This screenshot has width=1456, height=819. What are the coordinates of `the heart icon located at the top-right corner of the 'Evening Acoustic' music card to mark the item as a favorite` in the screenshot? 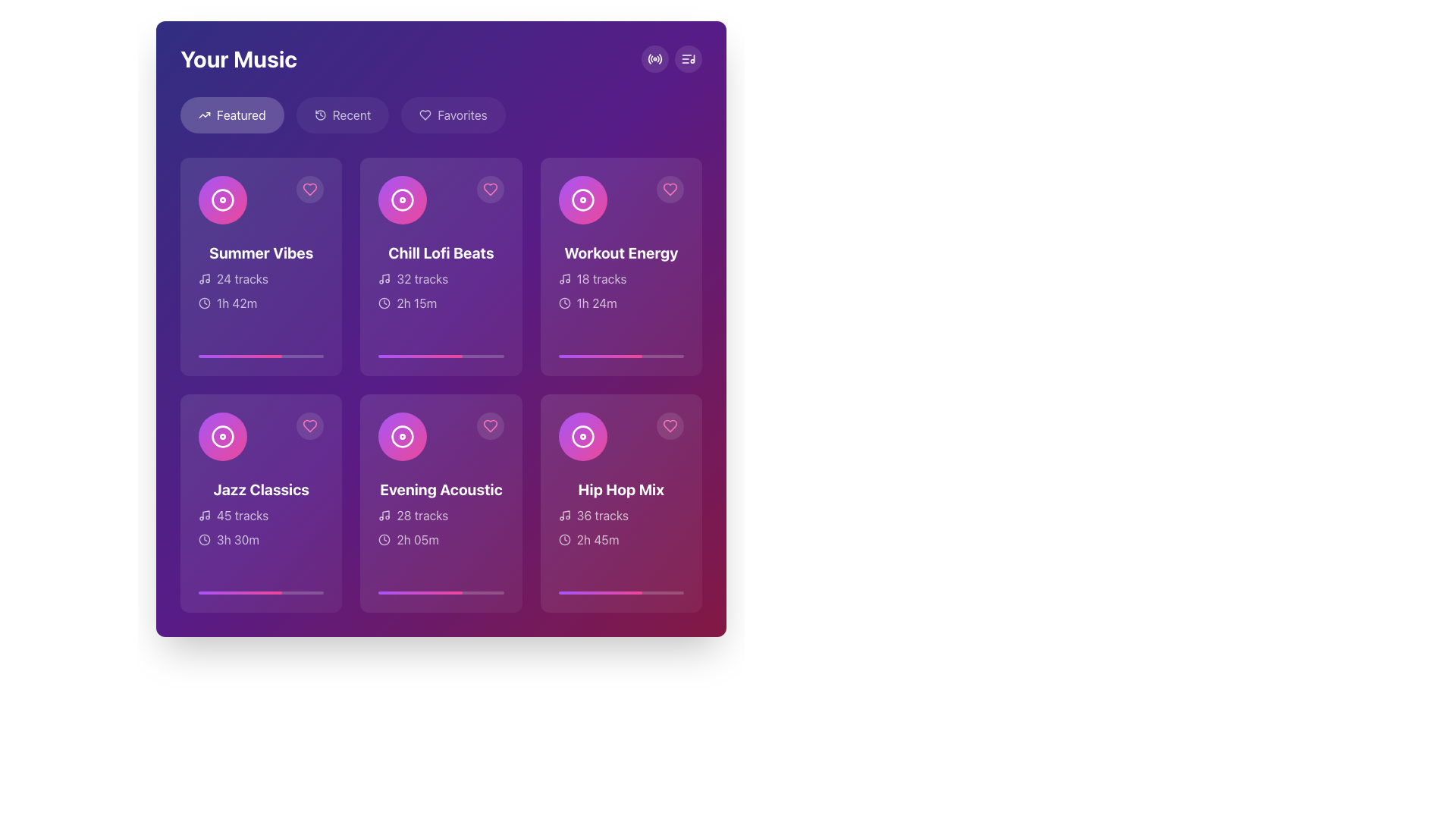 It's located at (490, 426).